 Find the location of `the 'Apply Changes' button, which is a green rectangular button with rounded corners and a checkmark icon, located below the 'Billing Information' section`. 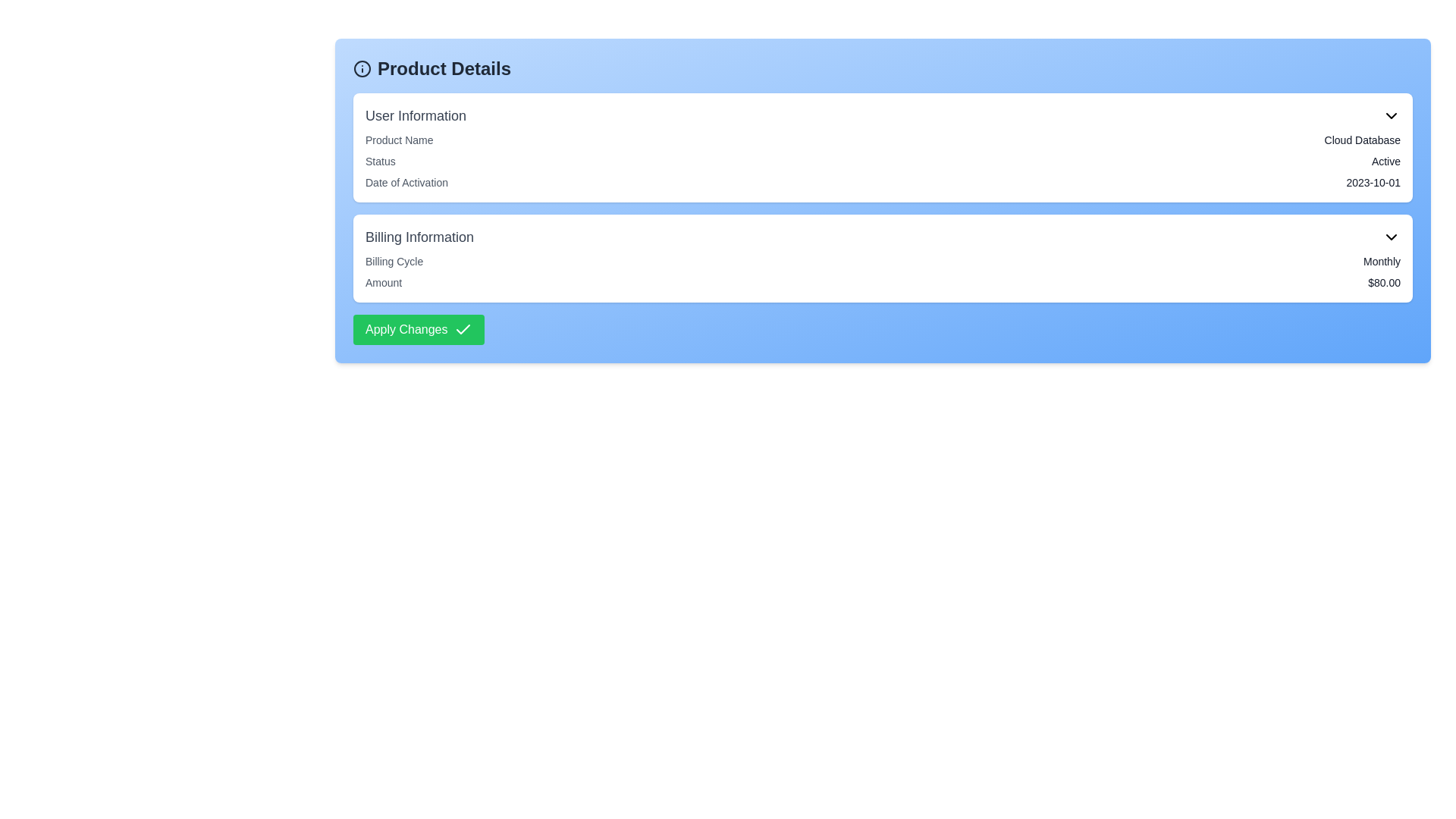

the 'Apply Changes' button, which is a green rectangular button with rounded corners and a checkmark icon, located below the 'Billing Information' section is located at coordinates (419, 329).